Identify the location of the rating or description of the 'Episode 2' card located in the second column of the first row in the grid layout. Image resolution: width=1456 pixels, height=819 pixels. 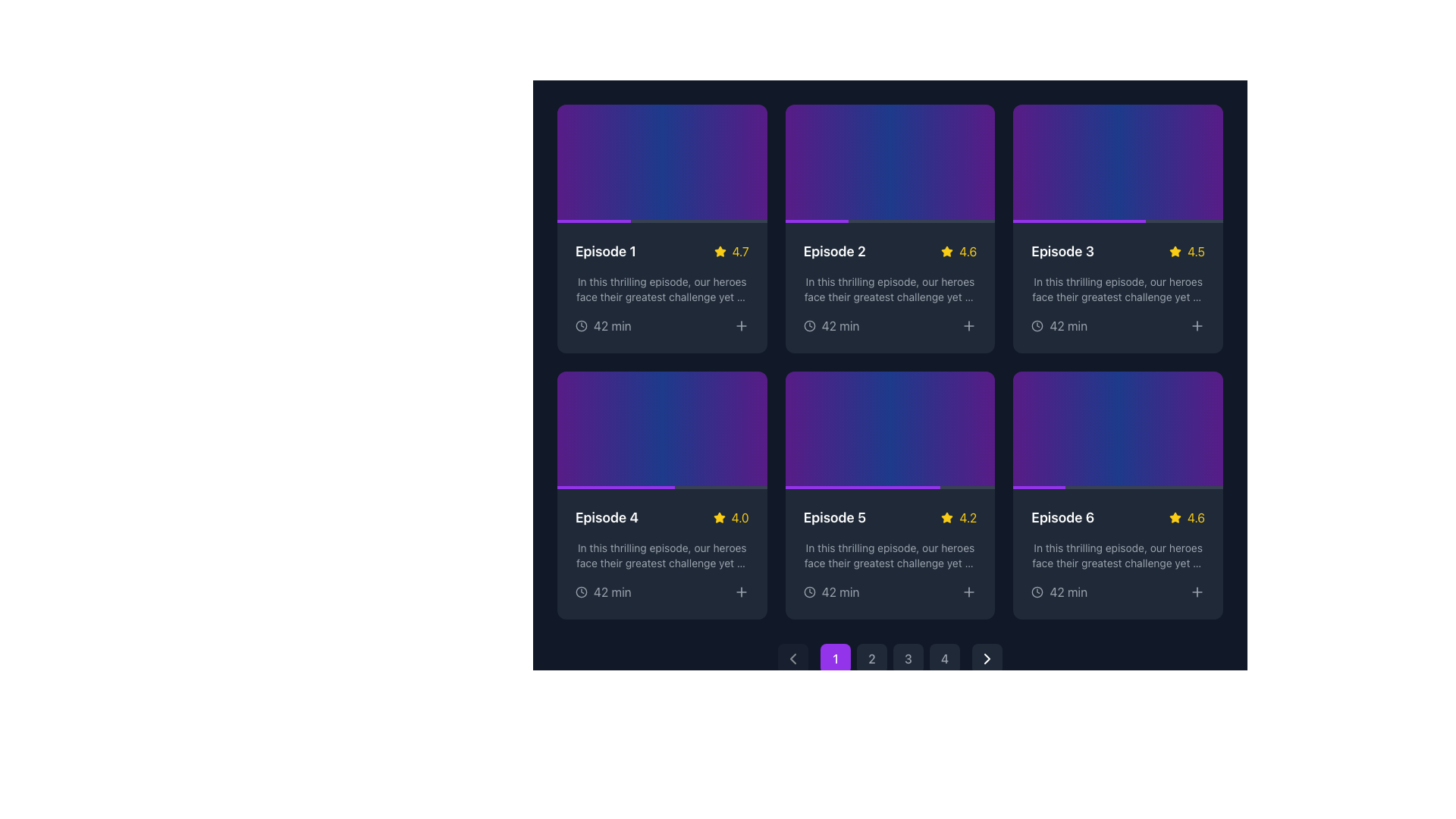
(890, 287).